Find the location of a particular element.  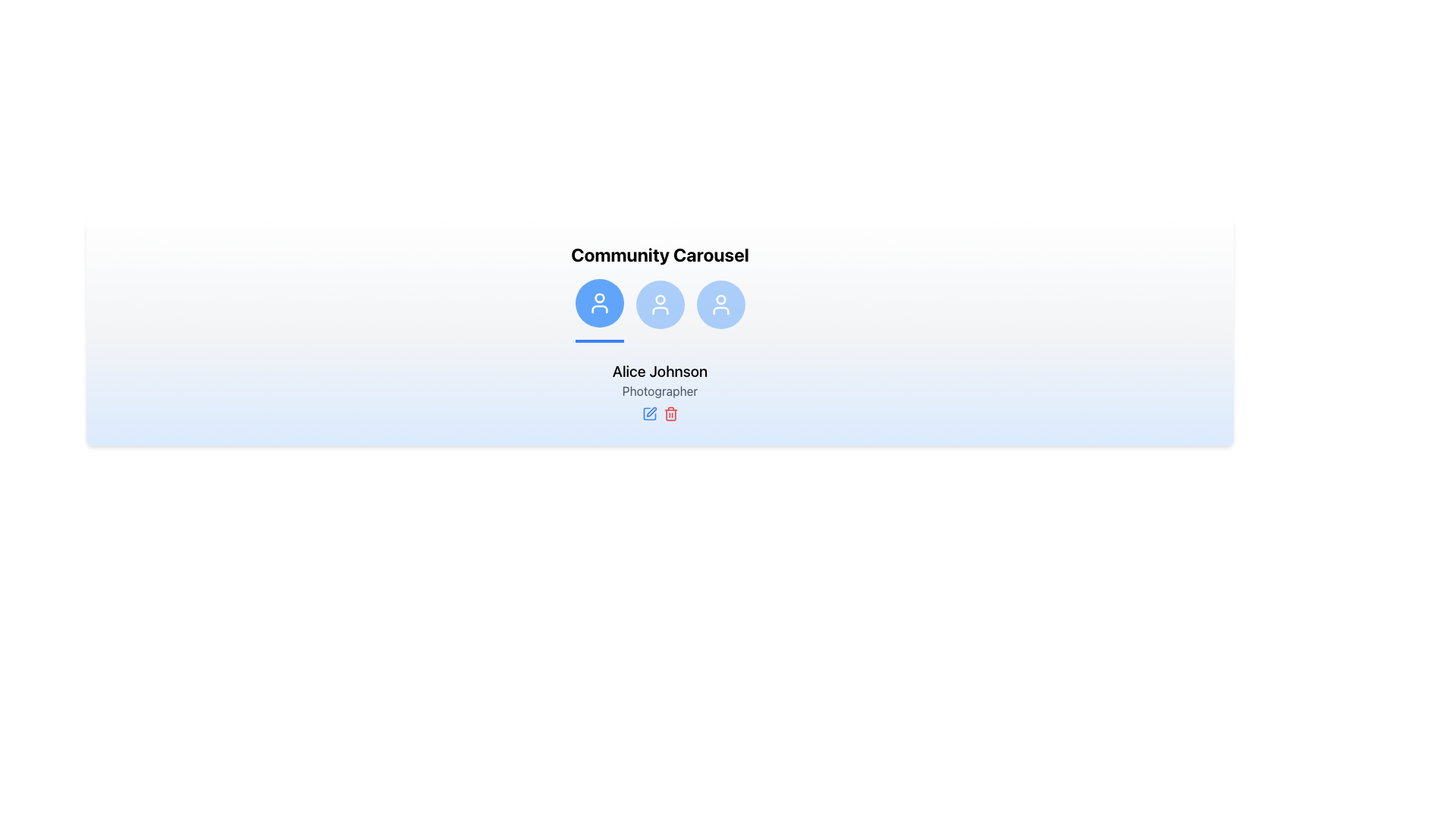

the user's head SVG shape within the middle user profile icon in the Community Carousel section is located at coordinates (660, 300).